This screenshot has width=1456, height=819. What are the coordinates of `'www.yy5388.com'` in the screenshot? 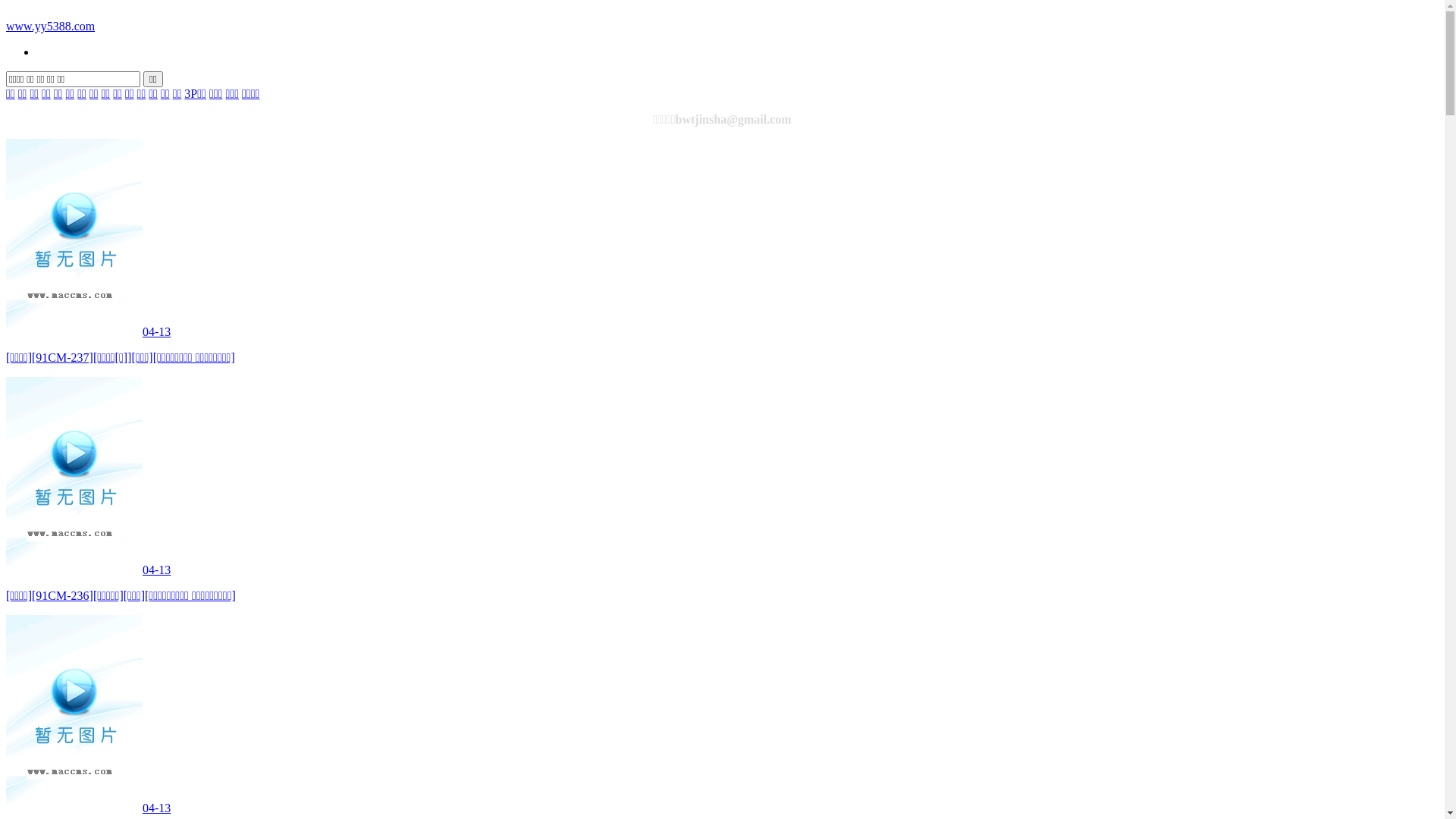 It's located at (50, 26).